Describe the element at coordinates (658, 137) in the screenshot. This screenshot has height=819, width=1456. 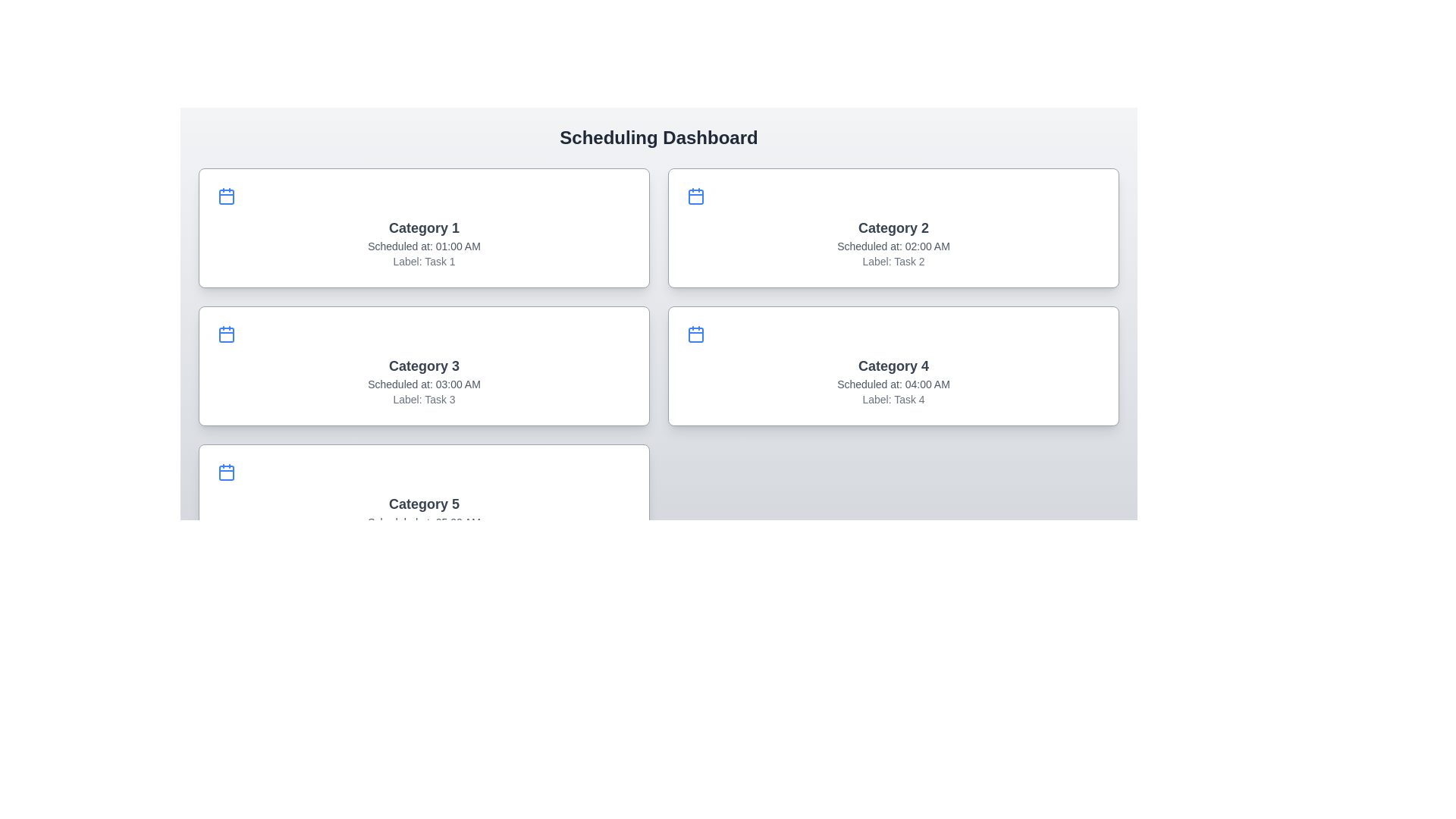
I see `the static text heading indicating the content of the 'Scheduling Dashboard', which is located at the top of the main content area` at that location.